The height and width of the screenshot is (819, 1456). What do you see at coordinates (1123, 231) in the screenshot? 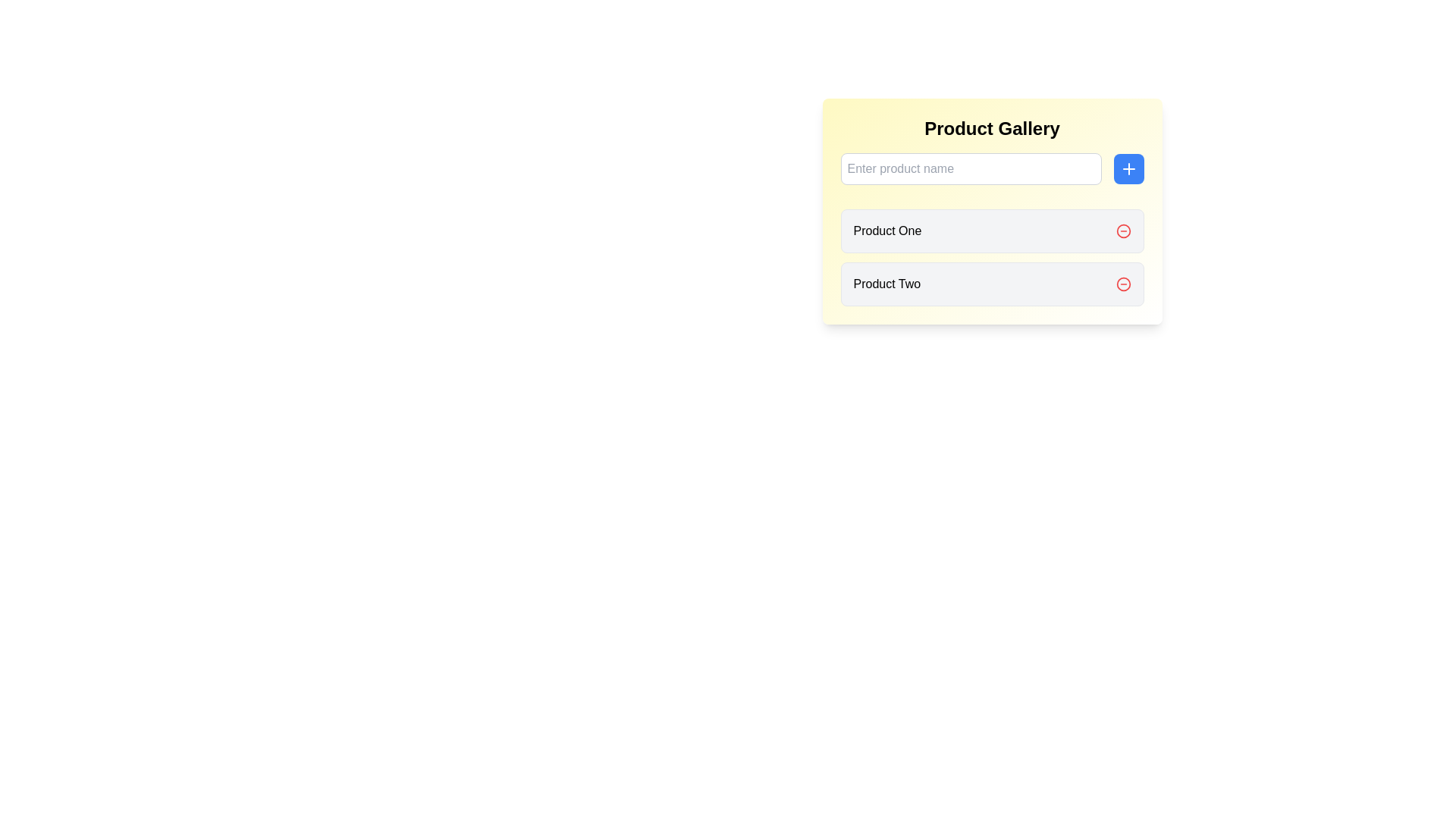
I see `the removal icon button for the 'Product One' entry in the 'Product Gallery' section` at bounding box center [1123, 231].